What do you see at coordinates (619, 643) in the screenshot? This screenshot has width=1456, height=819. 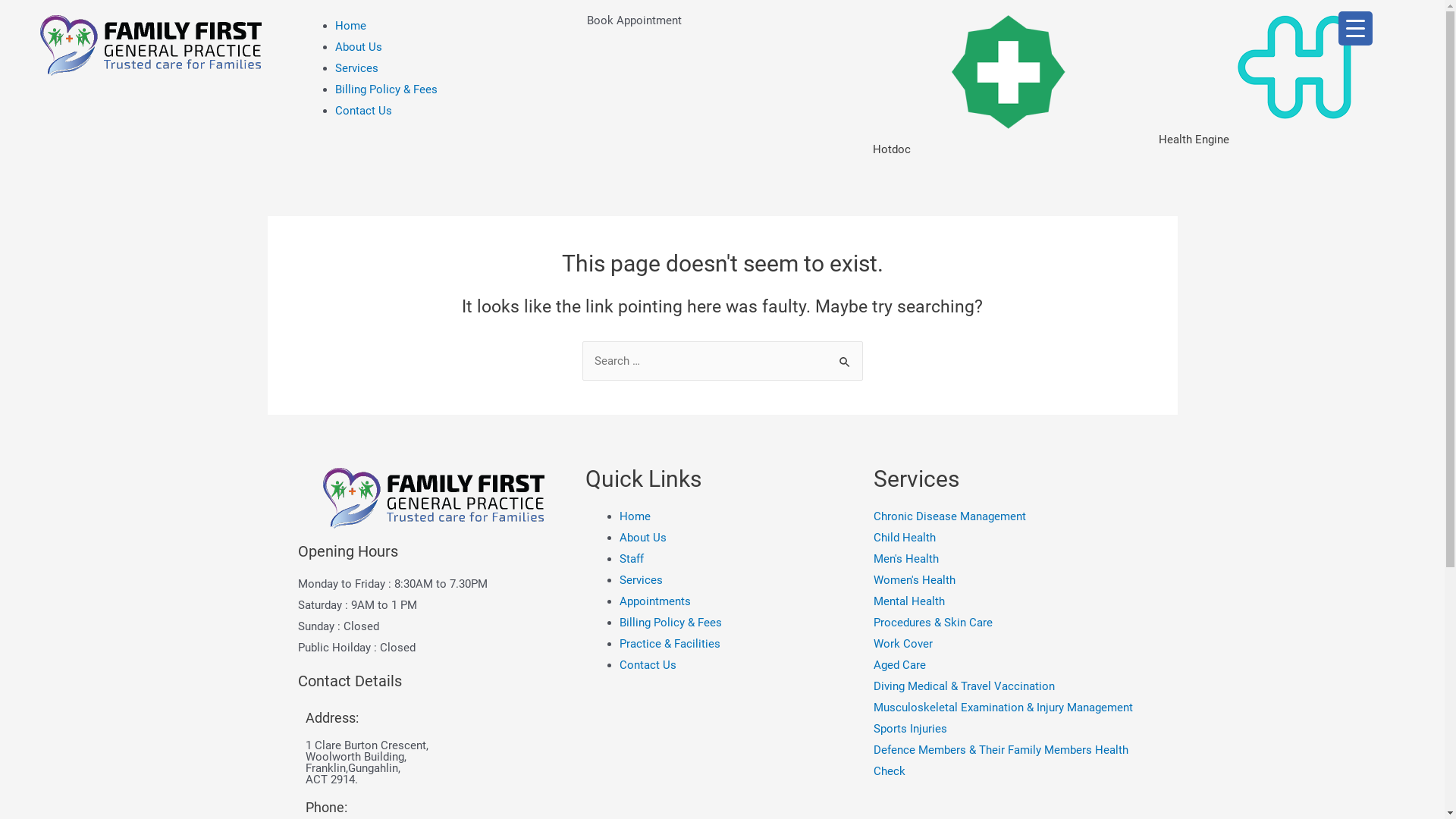 I see `'Practice & Facilities'` at bounding box center [619, 643].